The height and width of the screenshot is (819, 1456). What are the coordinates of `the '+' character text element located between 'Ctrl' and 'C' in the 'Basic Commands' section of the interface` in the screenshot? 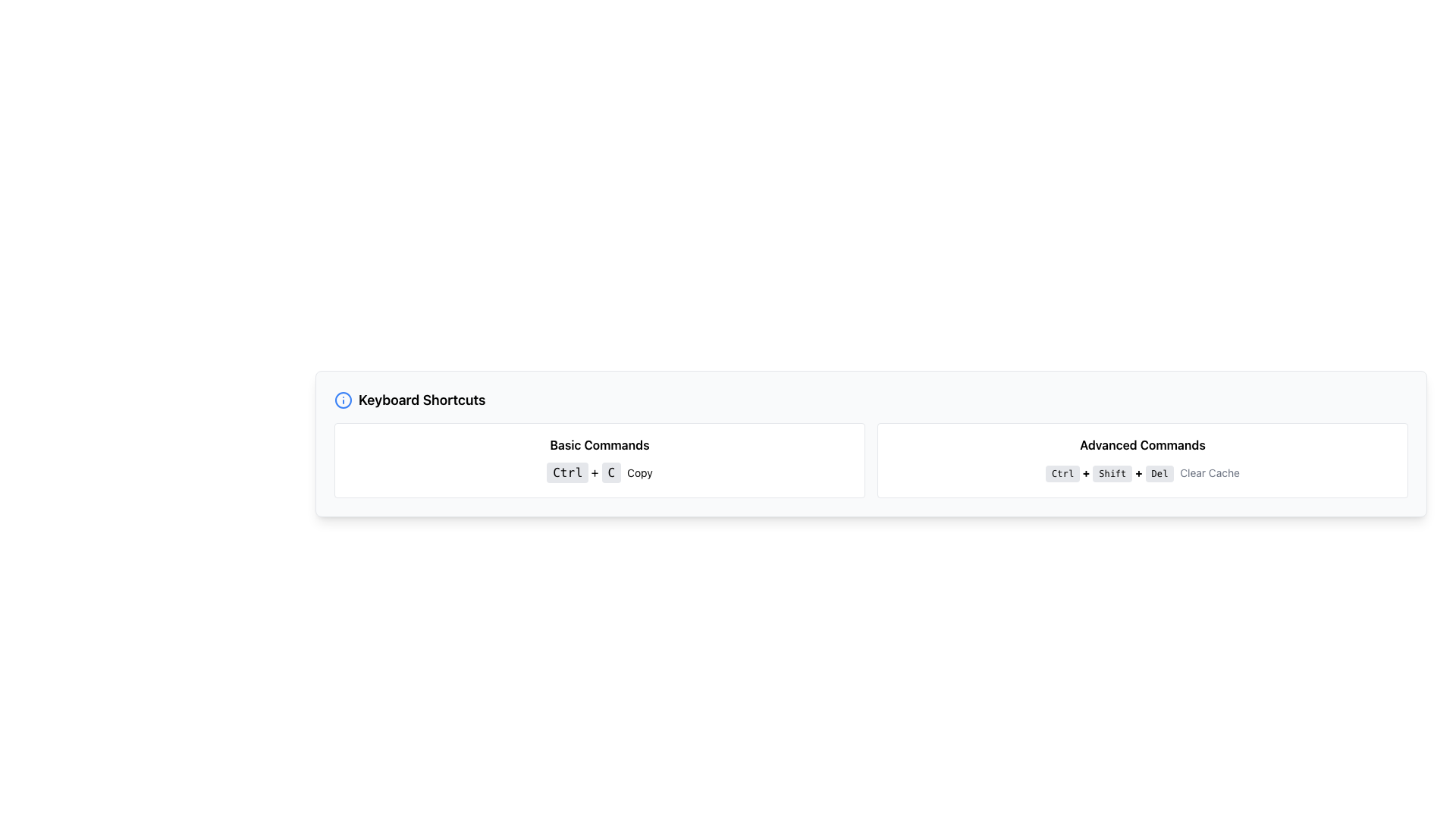 It's located at (594, 472).